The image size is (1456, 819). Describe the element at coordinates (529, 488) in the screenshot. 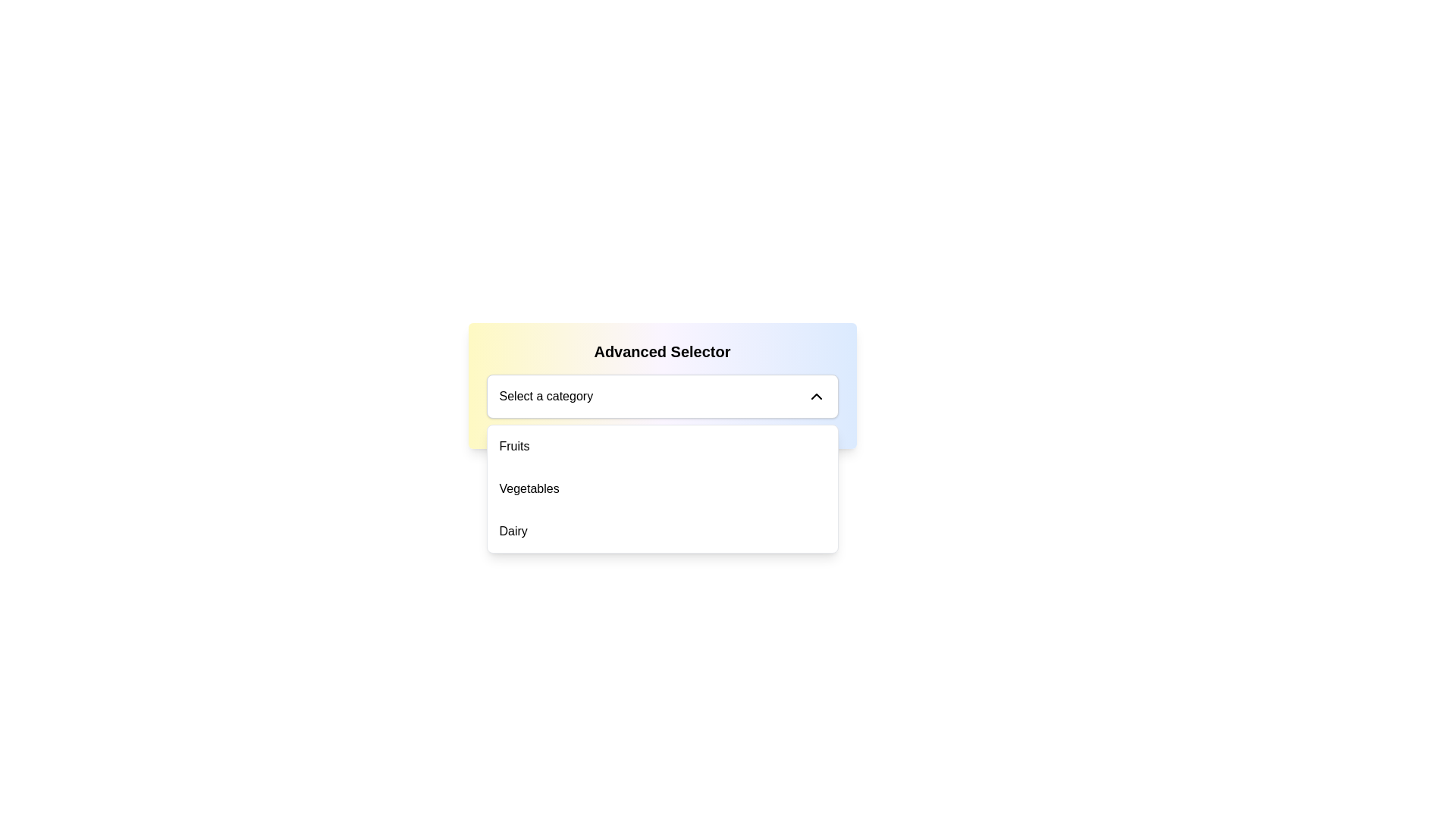

I see `the 'Vegetables' text label in bold, black font, which is the second option in the dropdown menu under 'Advanced Selector'` at that location.